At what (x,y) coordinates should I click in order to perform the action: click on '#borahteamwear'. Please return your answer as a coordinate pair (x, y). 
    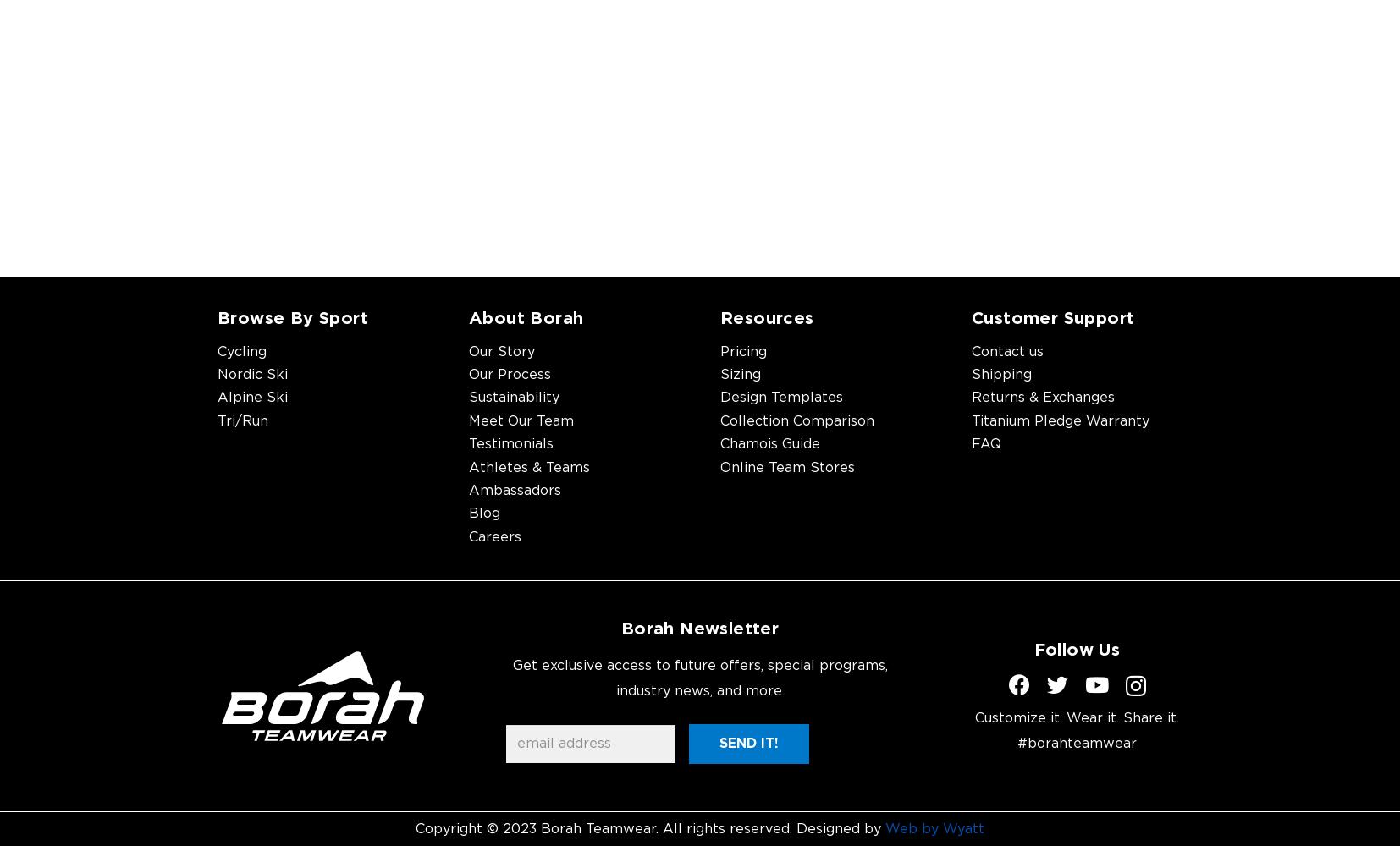
    Looking at the image, I should click on (1016, 744).